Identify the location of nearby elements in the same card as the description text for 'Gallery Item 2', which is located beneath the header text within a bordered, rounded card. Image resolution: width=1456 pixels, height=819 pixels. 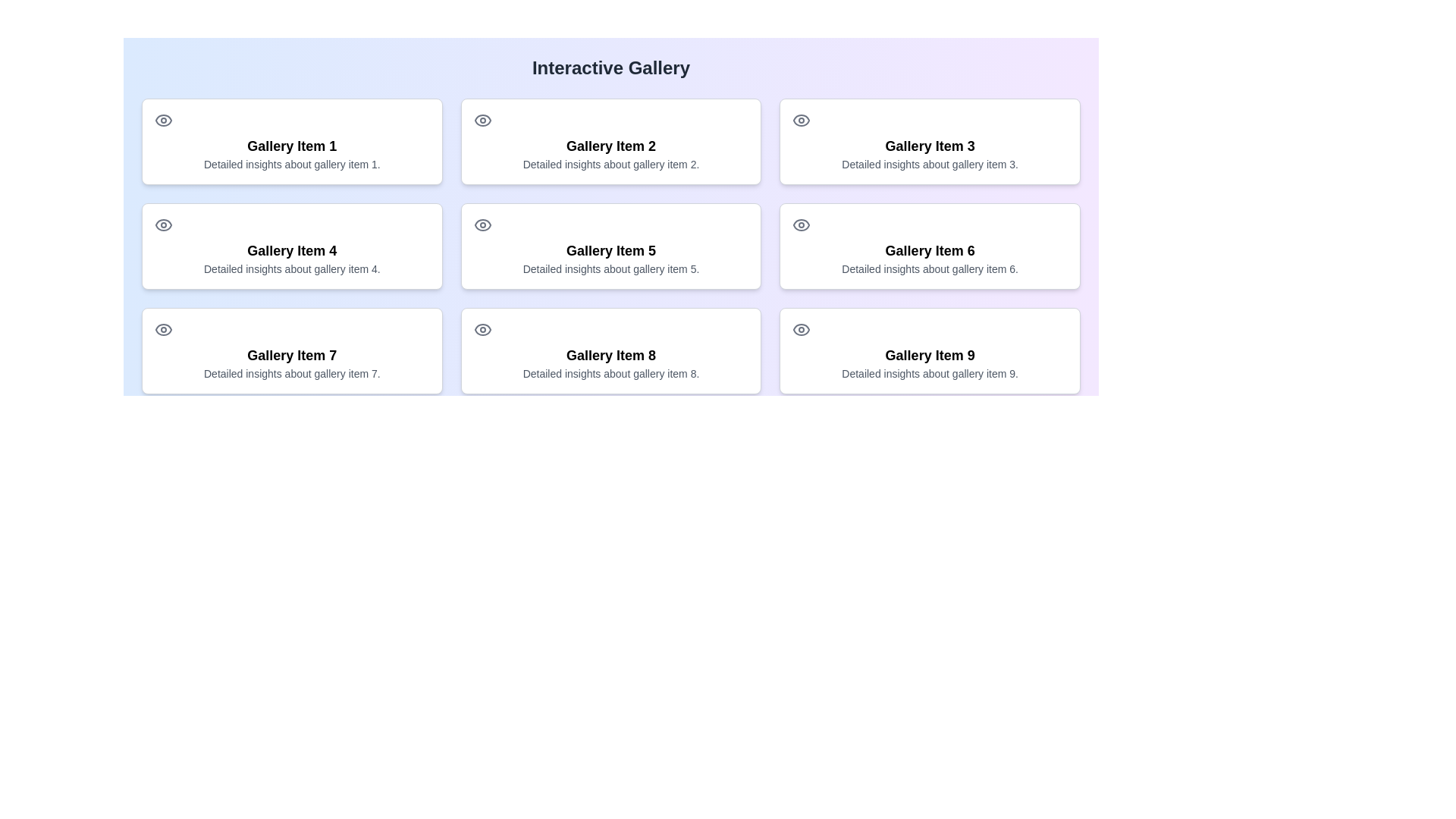
(611, 164).